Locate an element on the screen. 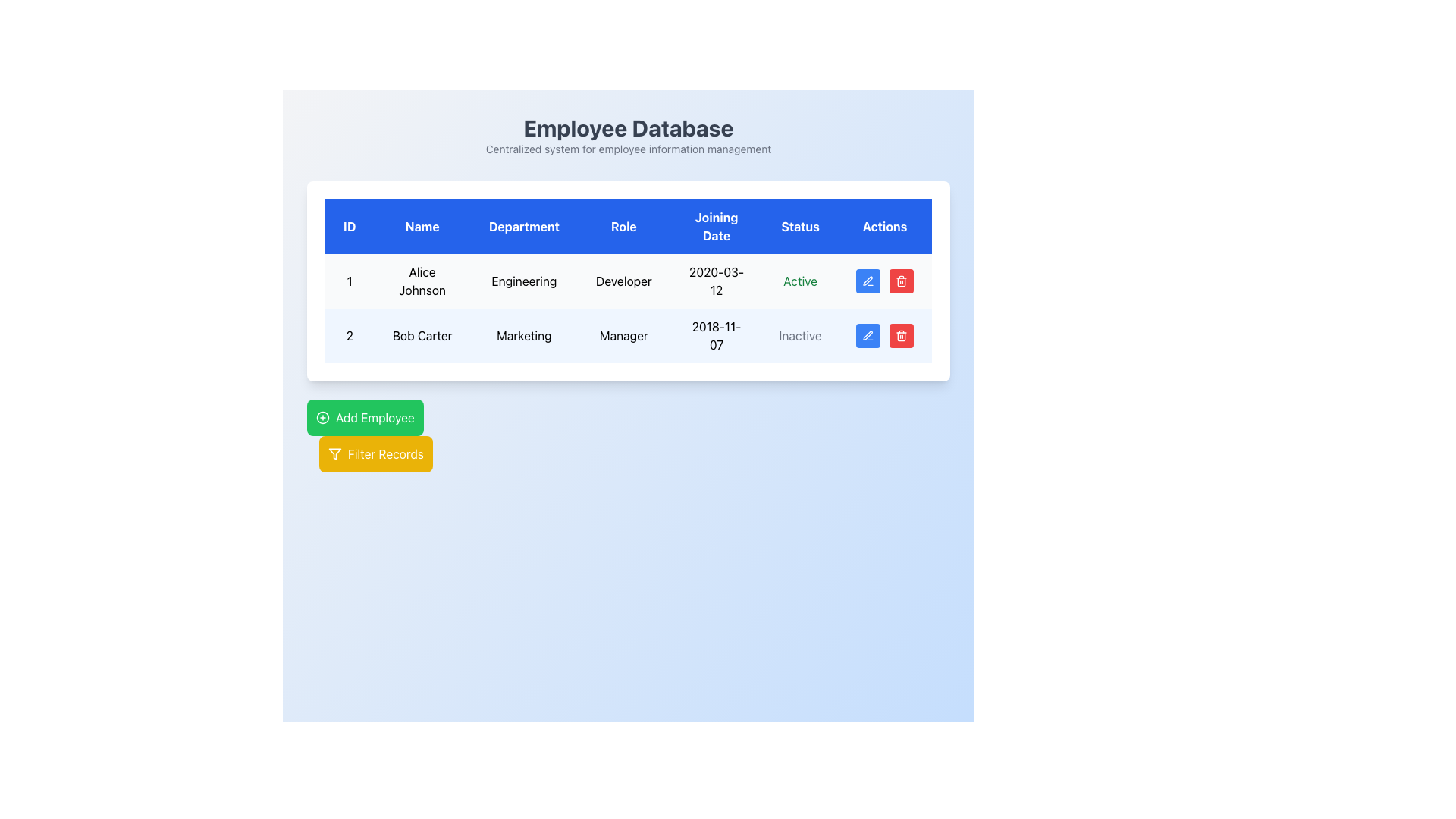 Image resolution: width=1456 pixels, height=819 pixels. text of the 'Department' header, which is the third column header in the table, located between 'Name' and 'Role' with a blue background and white text is located at coordinates (524, 227).